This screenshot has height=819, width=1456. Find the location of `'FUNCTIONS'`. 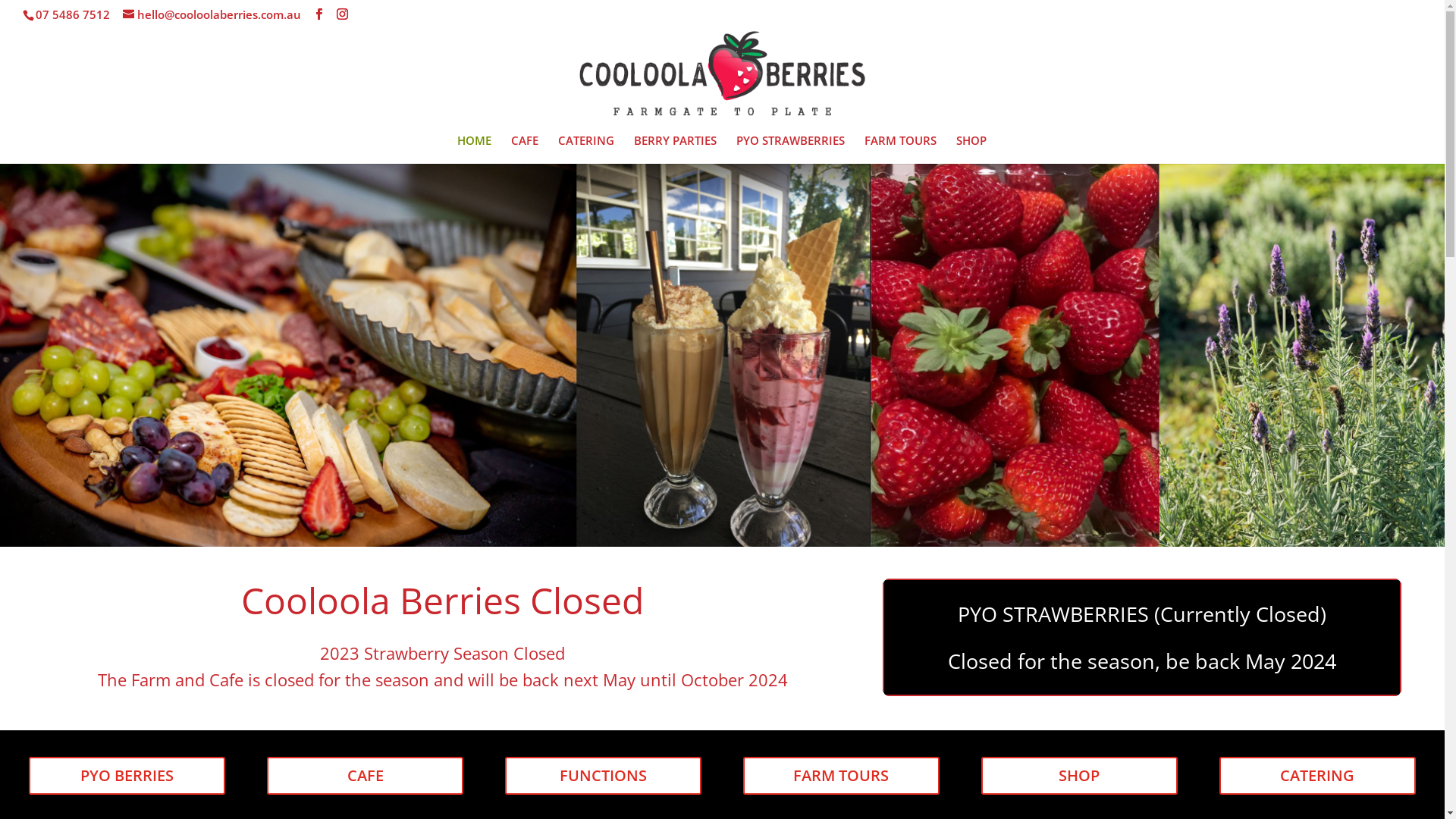

'FUNCTIONS' is located at coordinates (505, 775).